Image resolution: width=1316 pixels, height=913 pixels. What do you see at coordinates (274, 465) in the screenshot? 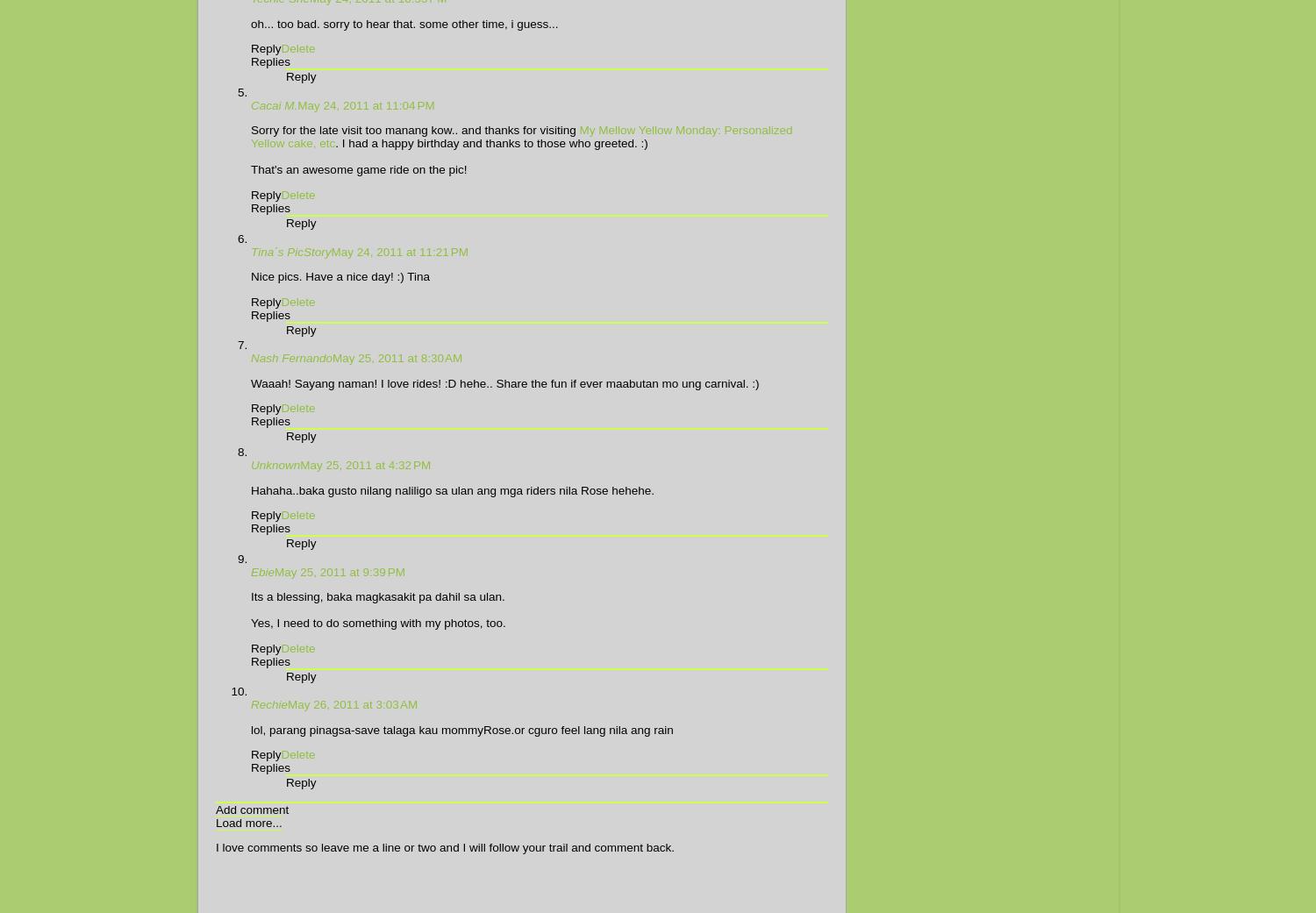
I see `'Unknown'` at bounding box center [274, 465].